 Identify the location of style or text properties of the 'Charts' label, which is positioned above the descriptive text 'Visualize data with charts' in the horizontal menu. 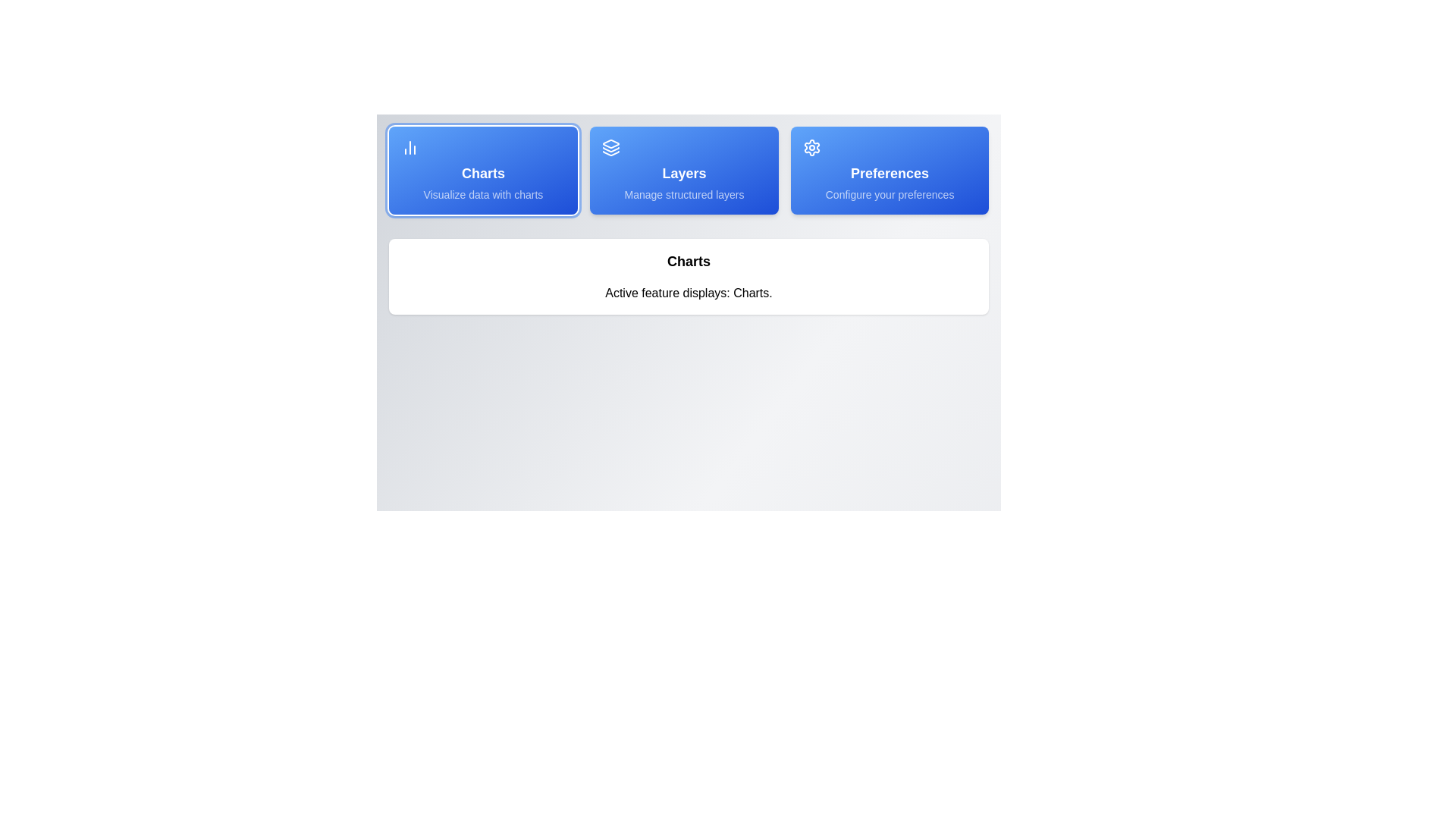
(482, 172).